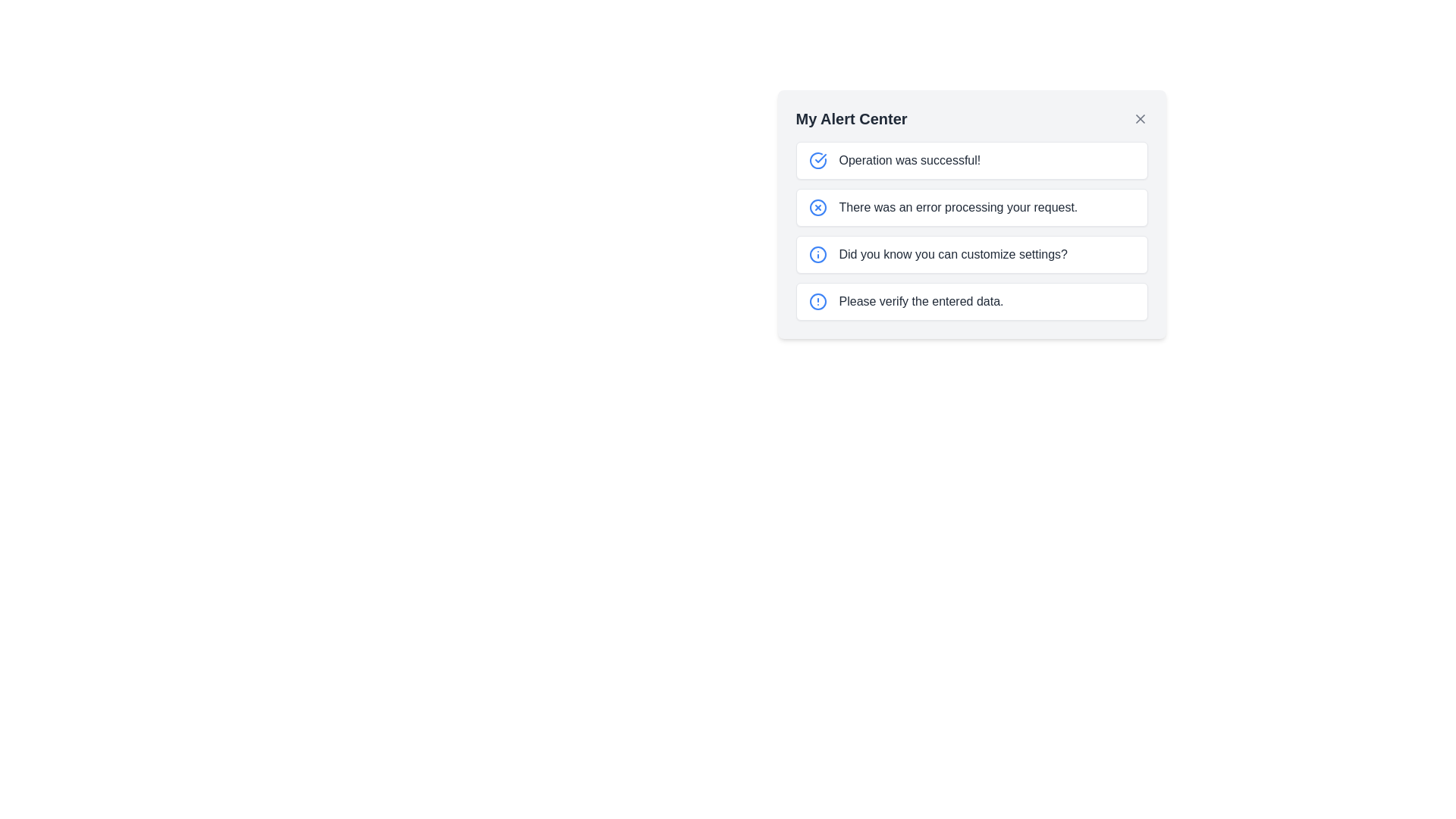  Describe the element at coordinates (952, 253) in the screenshot. I see `the Text Label that informs the user about customizing settings, located in the third row of alerts and to the right of the 'i' icon` at that location.